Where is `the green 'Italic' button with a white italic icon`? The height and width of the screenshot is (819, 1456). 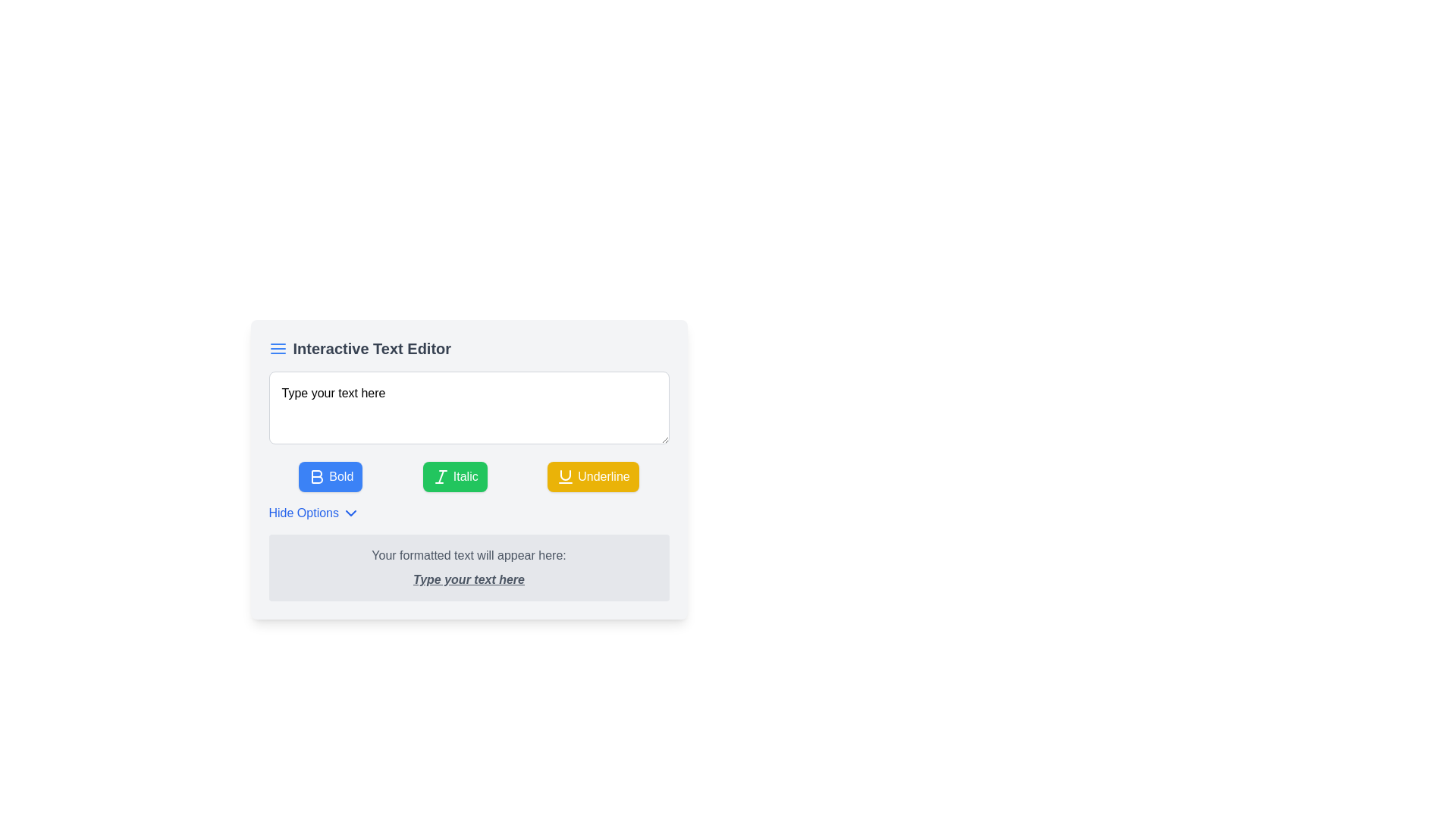 the green 'Italic' button with a white italic icon is located at coordinates (440, 475).